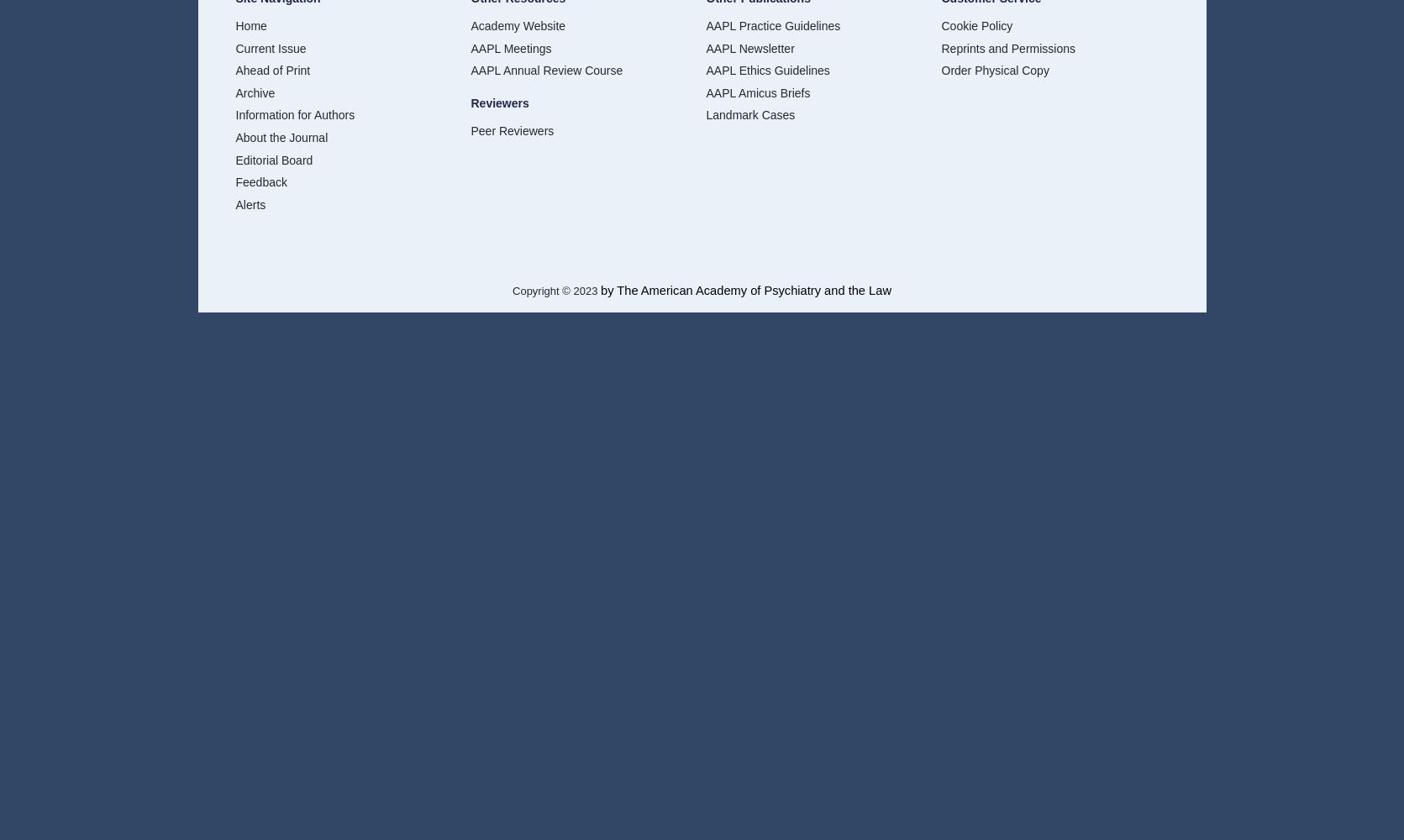 Image resolution: width=1404 pixels, height=840 pixels. What do you see at coordinates (555, 290) in the screenshot?
I see `'Copyright © 2023'` at bounding box center [555, 290].